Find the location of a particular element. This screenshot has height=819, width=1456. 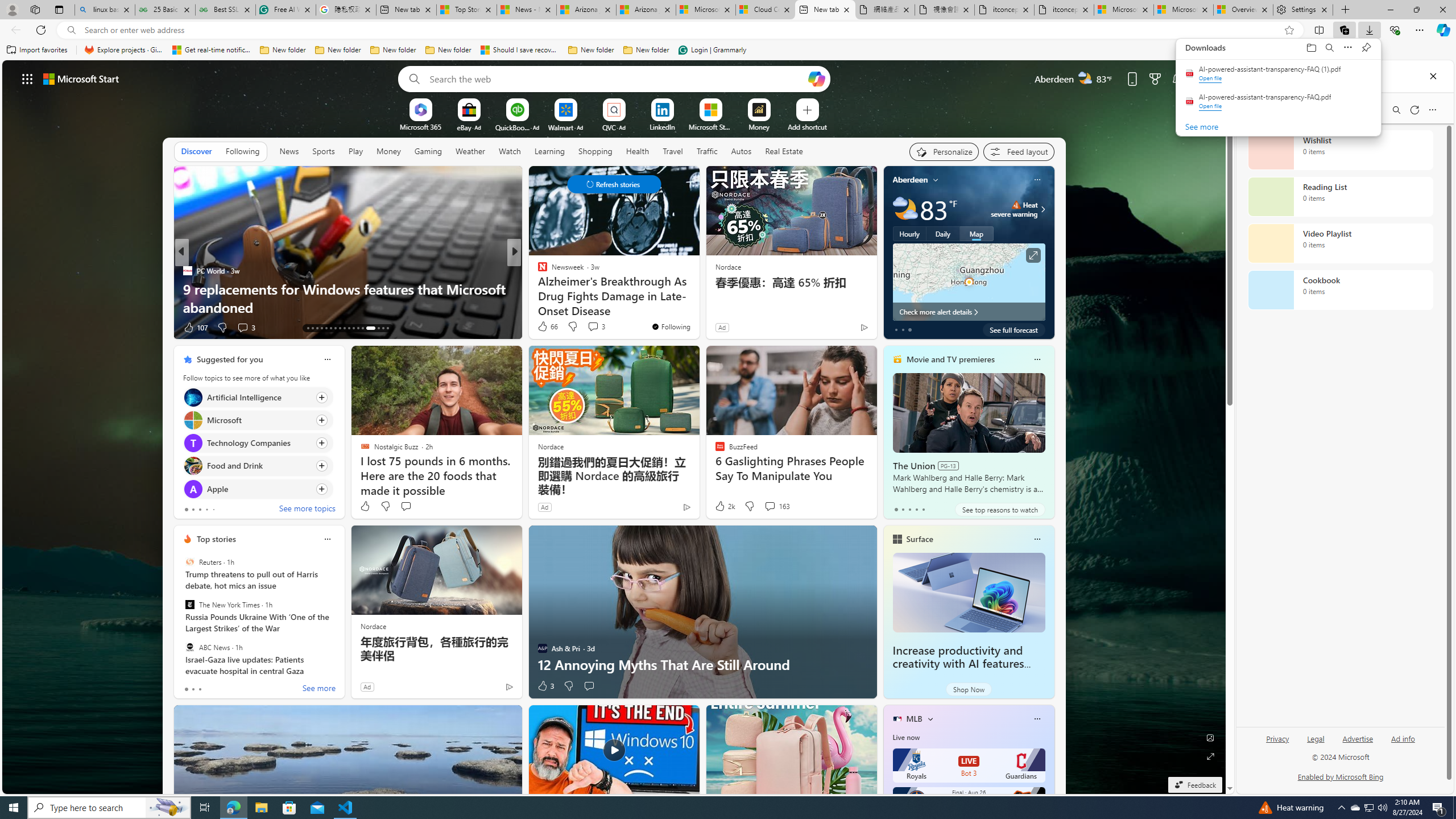

'Autos' is located at coordinates (741, 150).